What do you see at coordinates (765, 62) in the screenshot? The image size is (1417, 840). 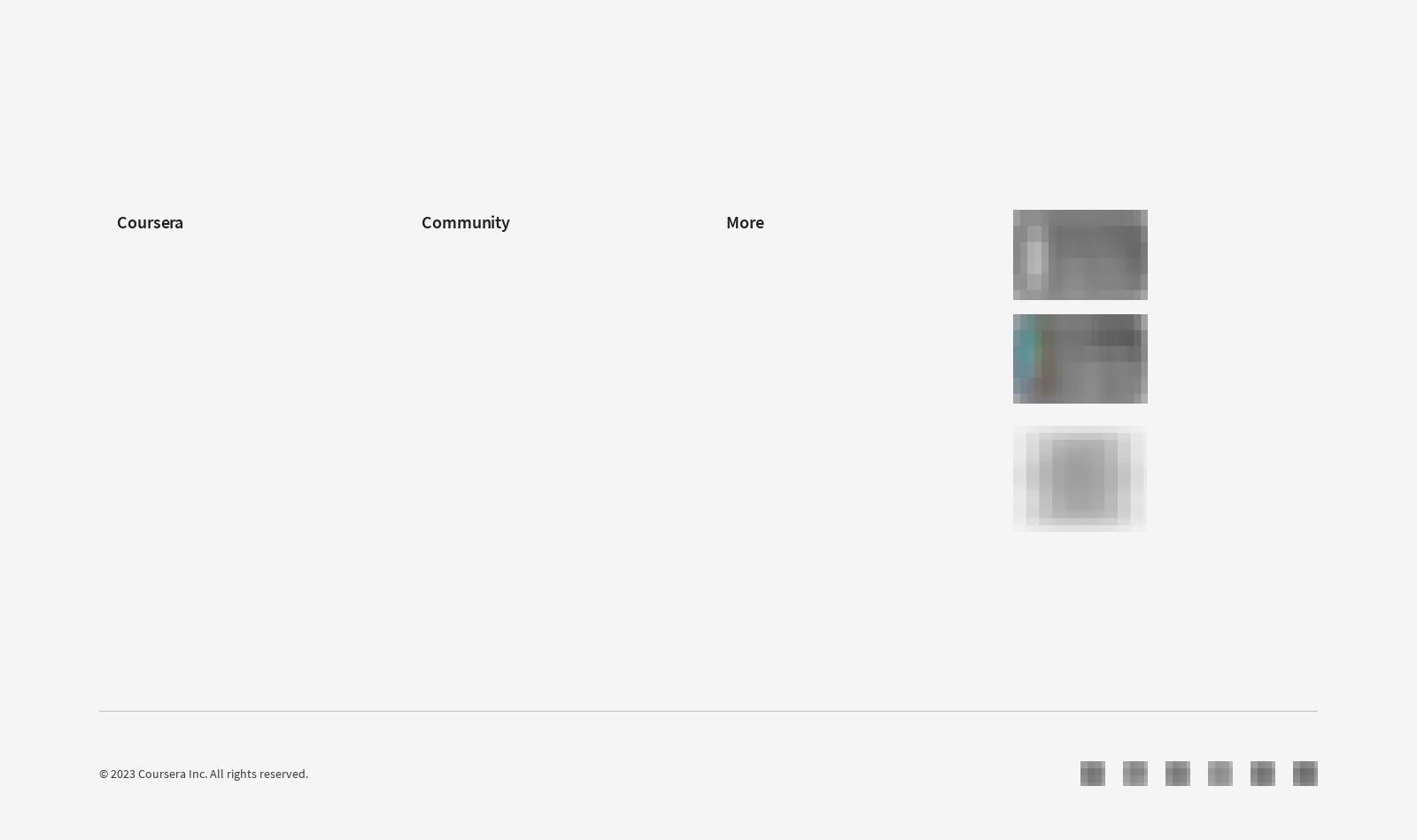 I see `'See All Courses'` at bounding box center [765, 62].